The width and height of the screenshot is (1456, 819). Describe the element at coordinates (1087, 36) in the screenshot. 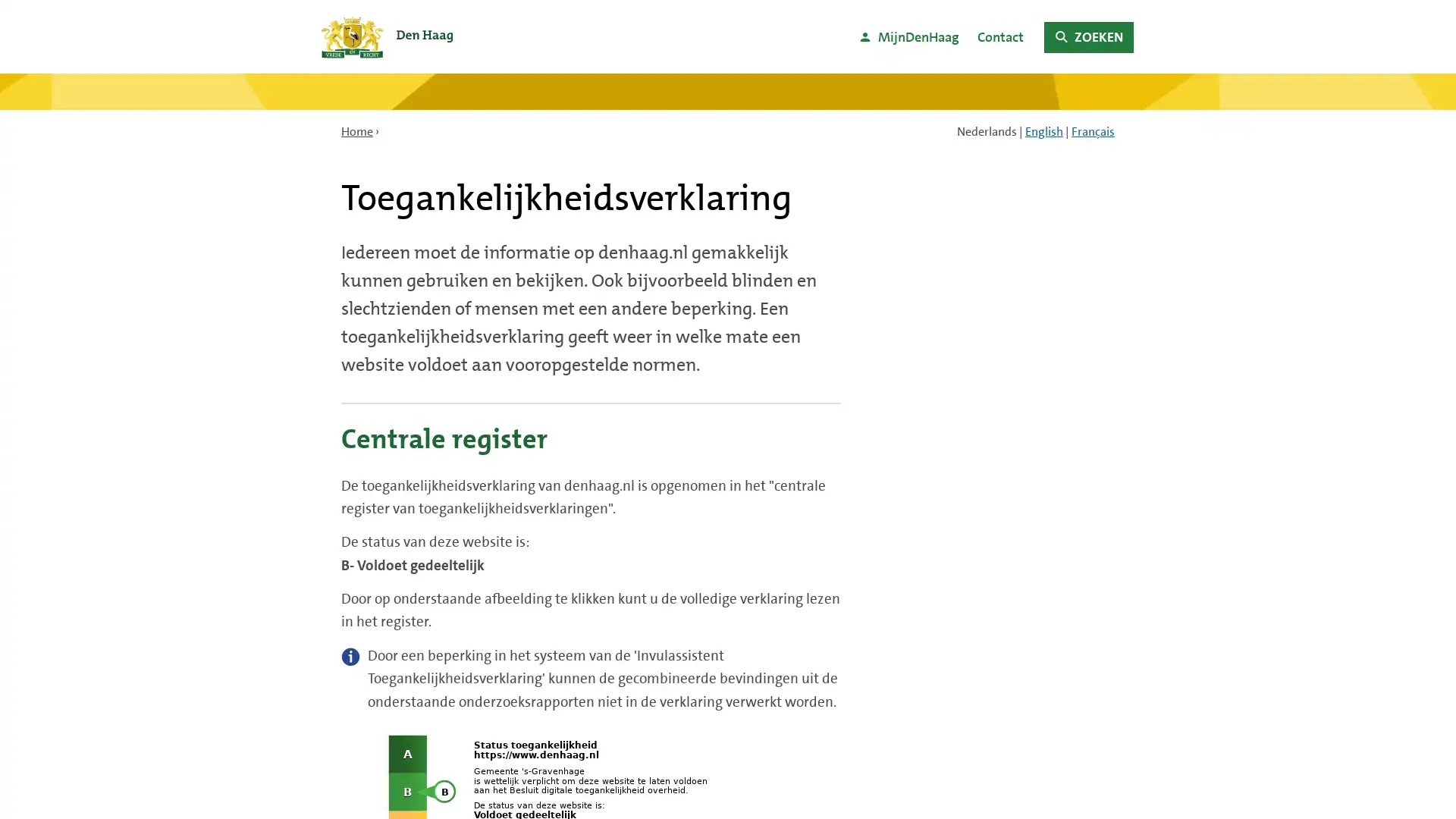

I see `ZOEKEN` at that location.